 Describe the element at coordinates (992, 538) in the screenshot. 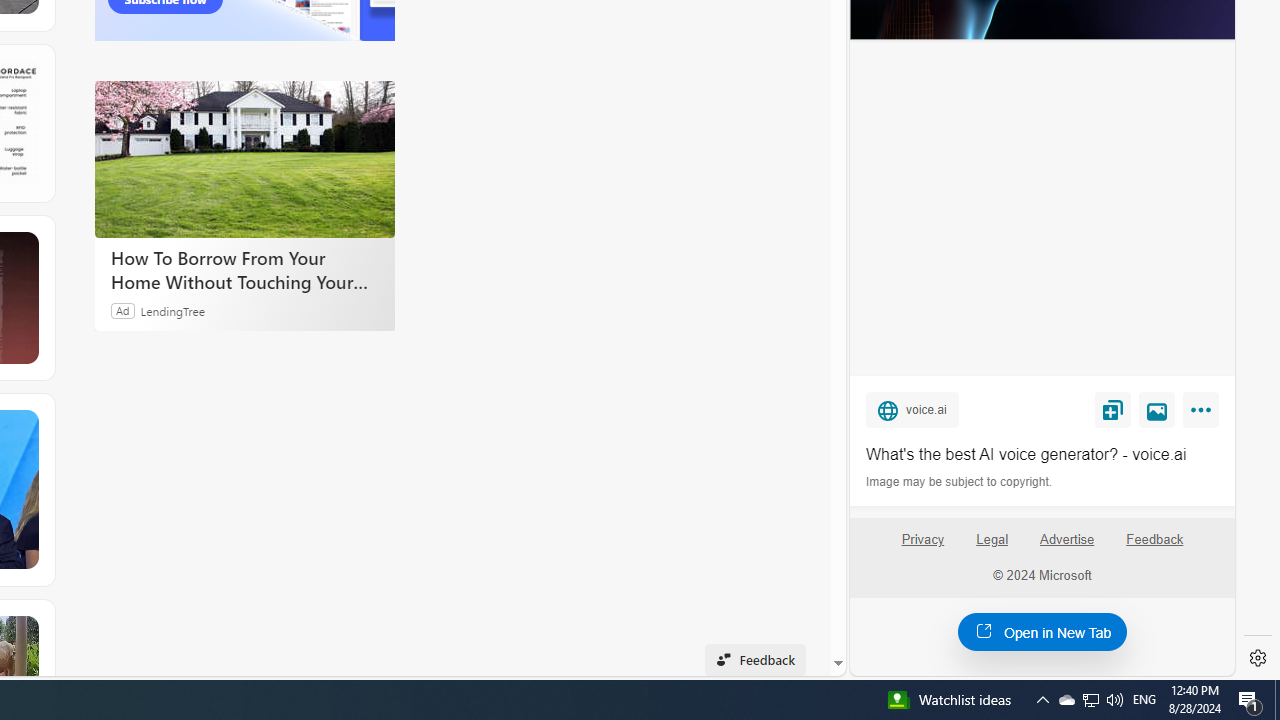

I see `'Legal'` at that location.